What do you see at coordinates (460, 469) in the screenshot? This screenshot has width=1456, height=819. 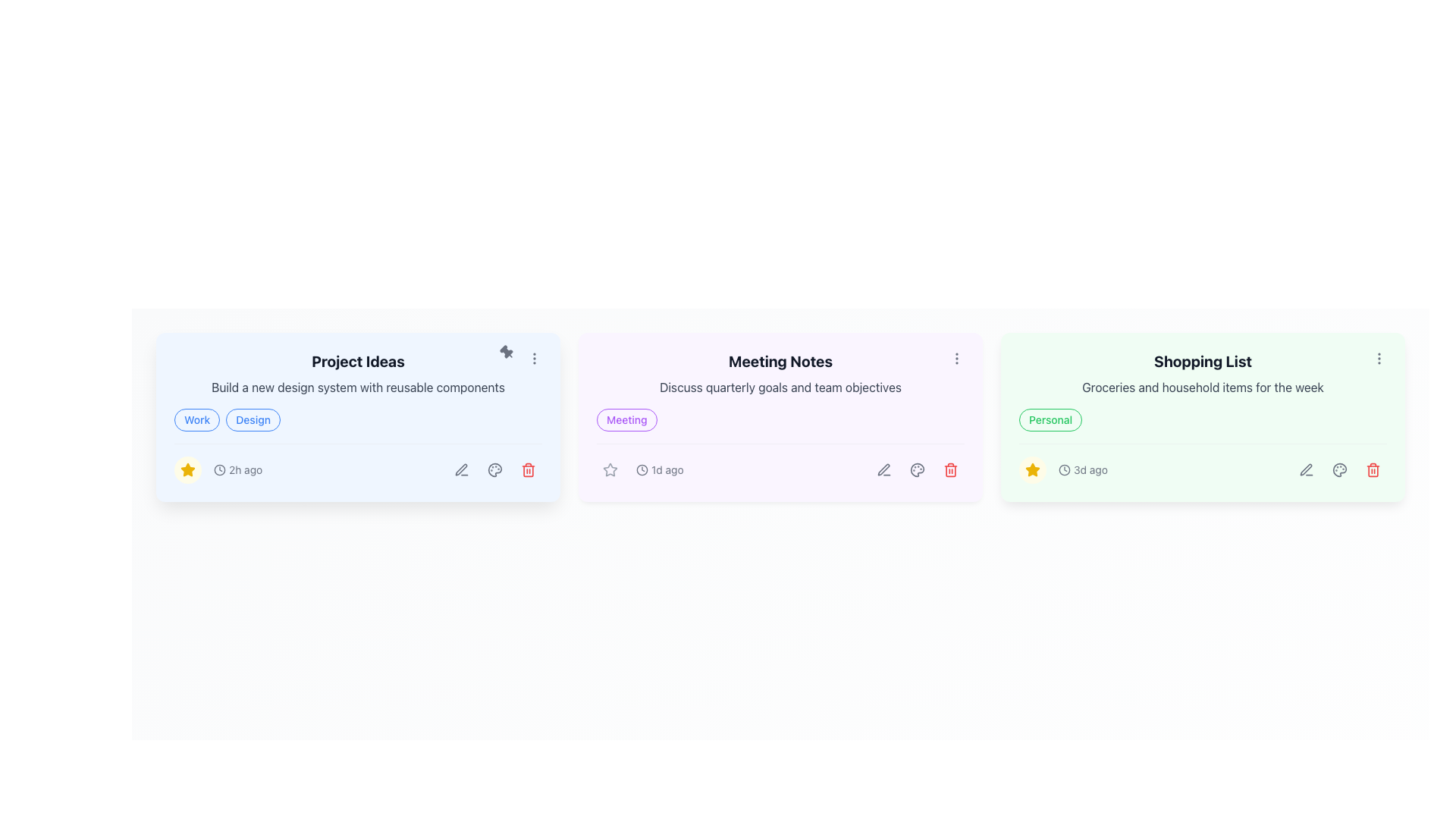 I see `the small pen icon in the 'Project Ideas' card, which is the fourth icon from the left in the action icons row` at bounding box center [460, 469].